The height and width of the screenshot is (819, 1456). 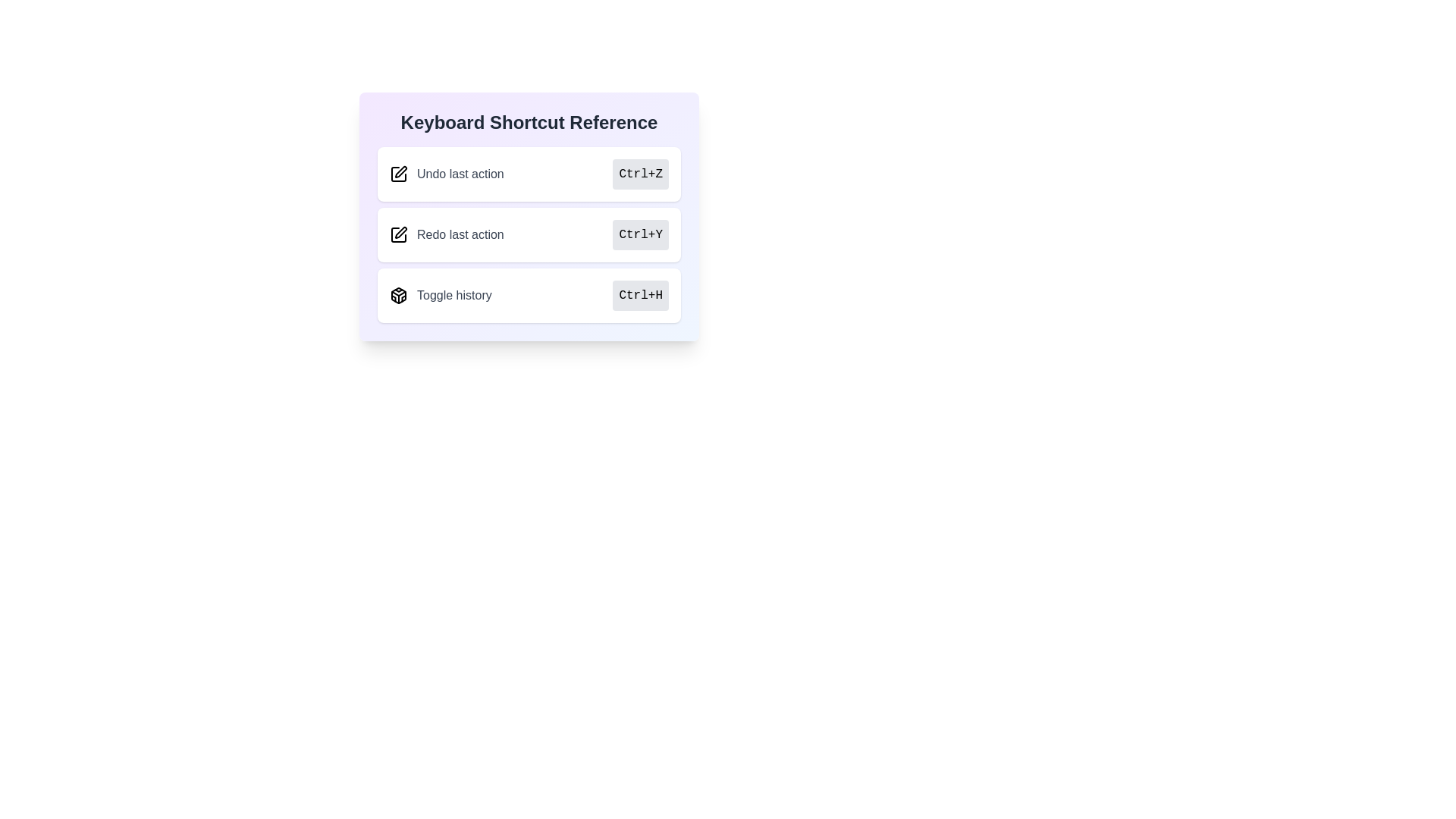 What do you see at coordinates (400, 171) in the screenshot?
I see `the small pen icon overlaying a square located in the second position of the horizontal list of icons` at bounding box center [400, 171].